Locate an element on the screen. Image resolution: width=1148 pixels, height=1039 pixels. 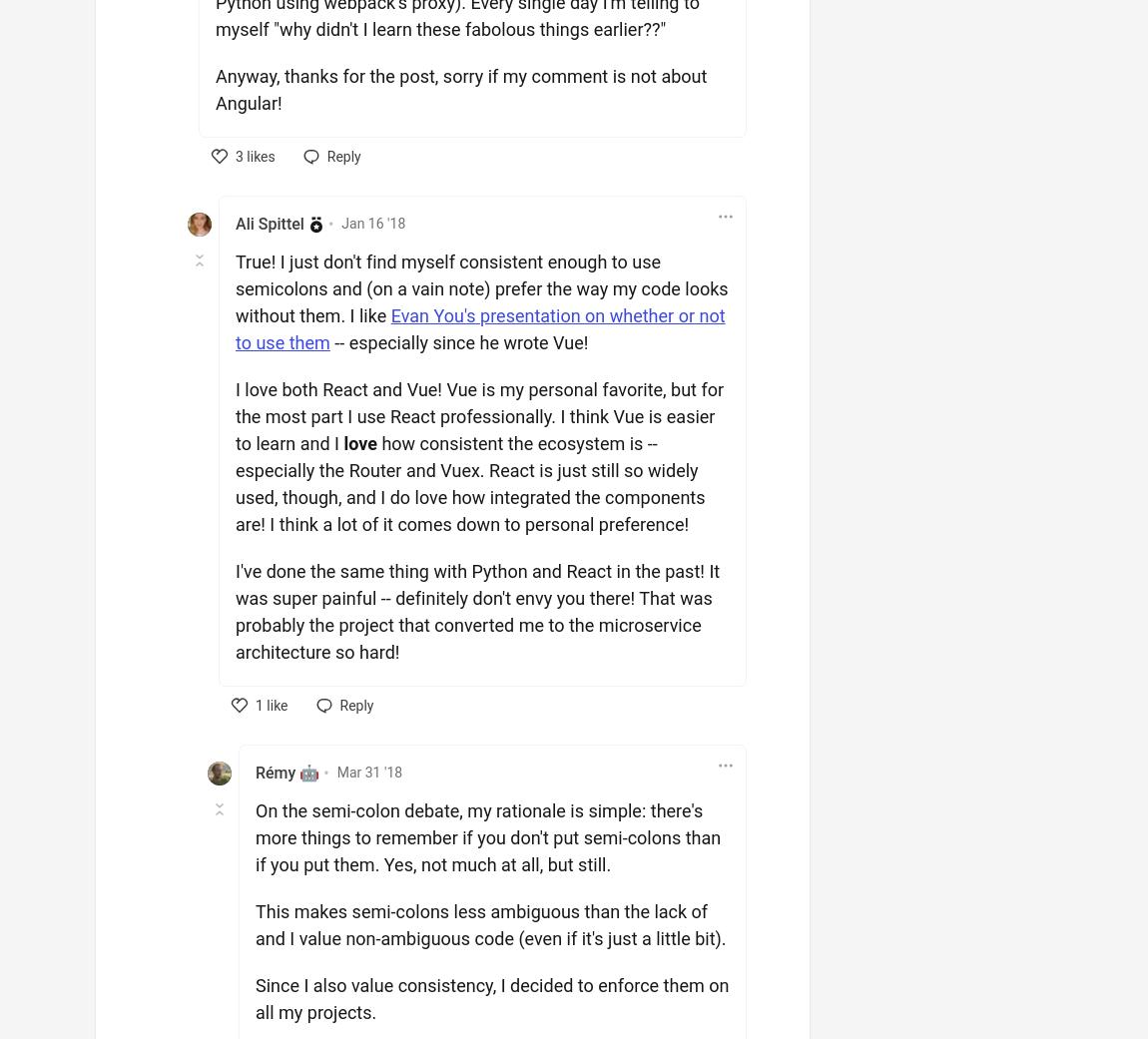
'Rémy 🤖' is located at coordinates (286, 772).